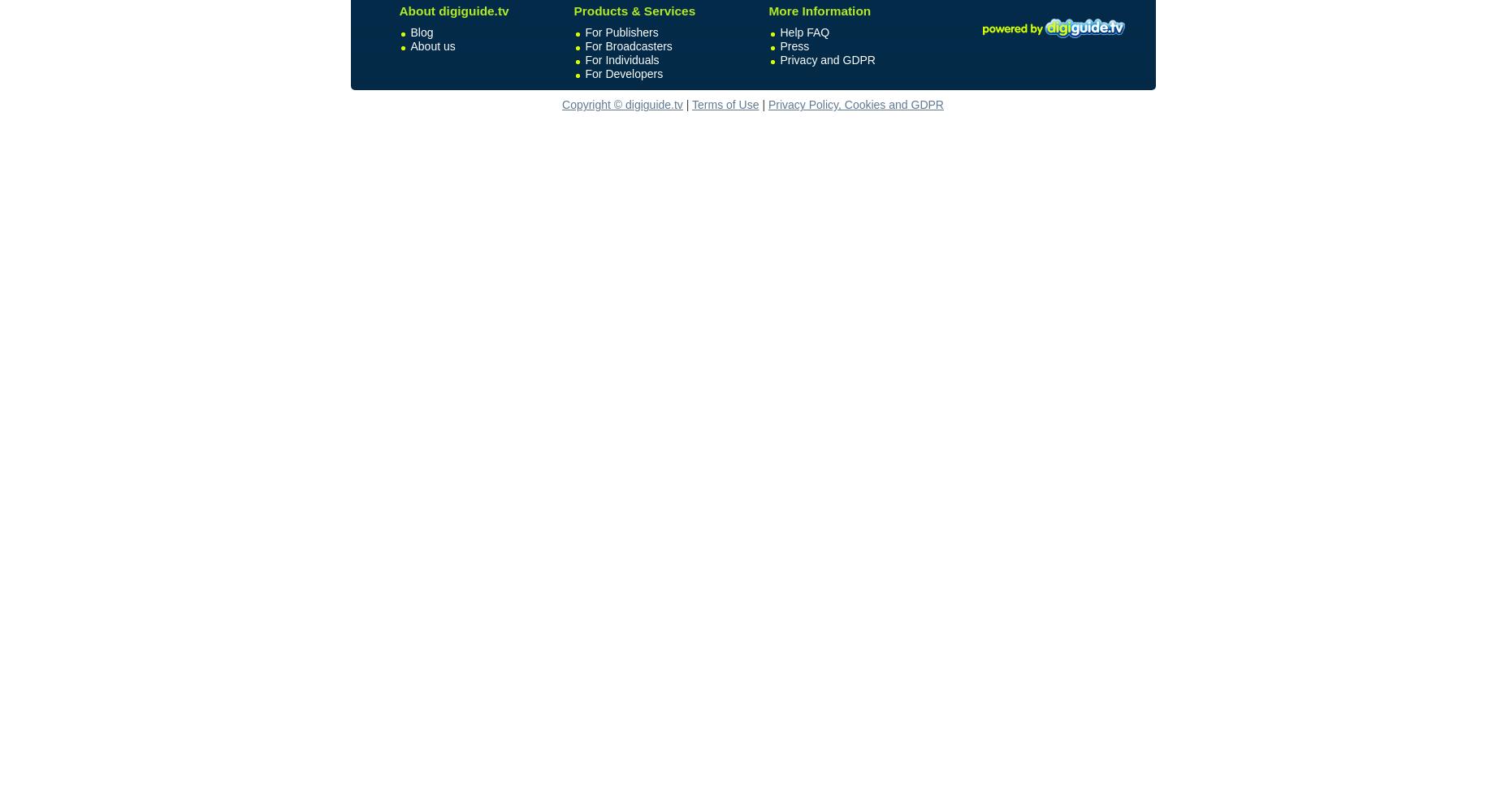  Describe the element at coordinates (621, 59) in the screenshot. I see `'For Individuals'` at that location.